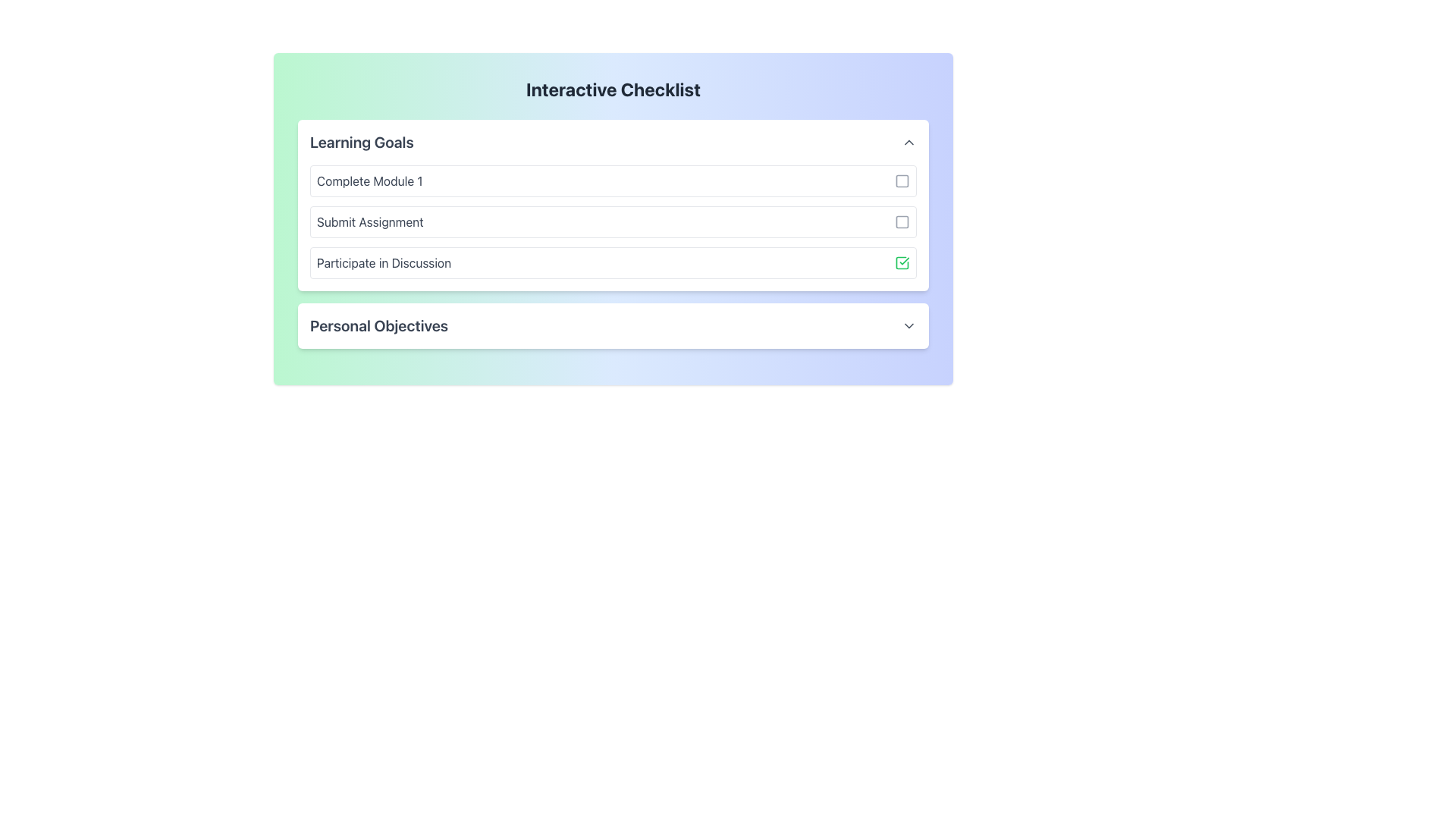 The width and height of the screenshot is (1456, 819). Describe the element at coordinates (361, 143) in the screenshot. I see `the text label UI component that serves as a title or heading for the associated section located near the top-left corner of the section header` at that location.